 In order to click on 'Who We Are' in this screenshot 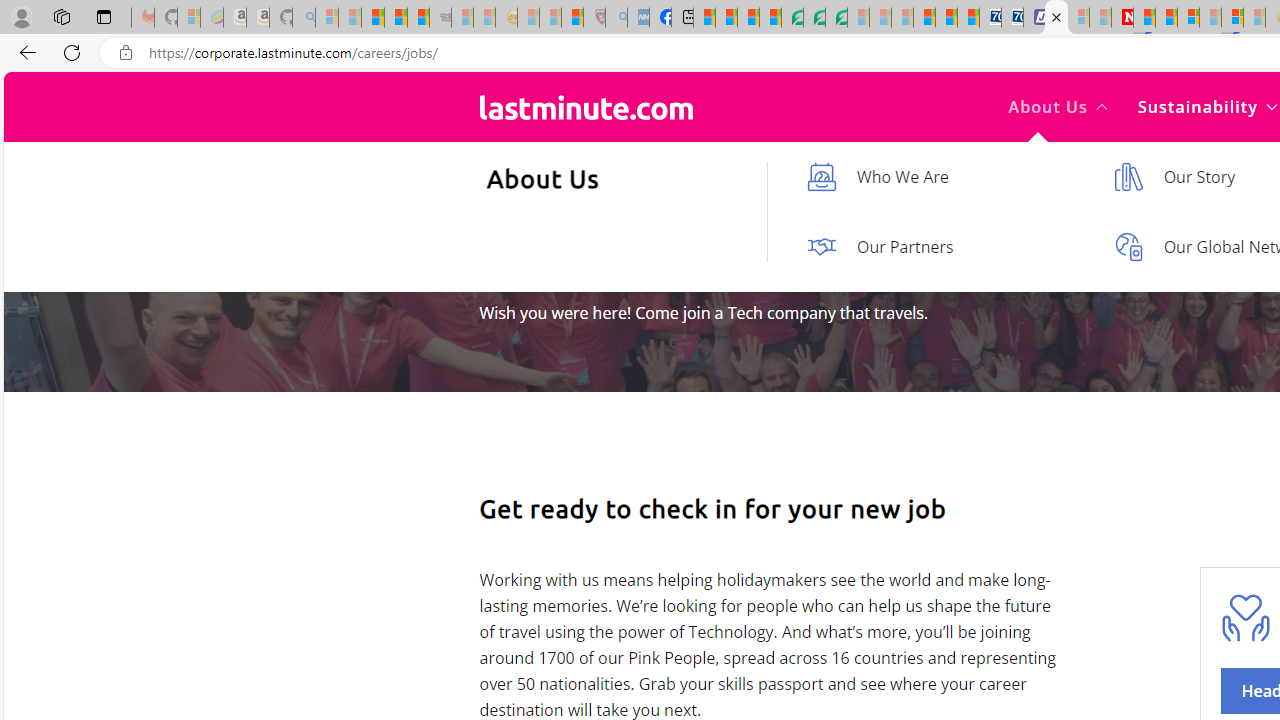, I will do `click(939, 176)`.